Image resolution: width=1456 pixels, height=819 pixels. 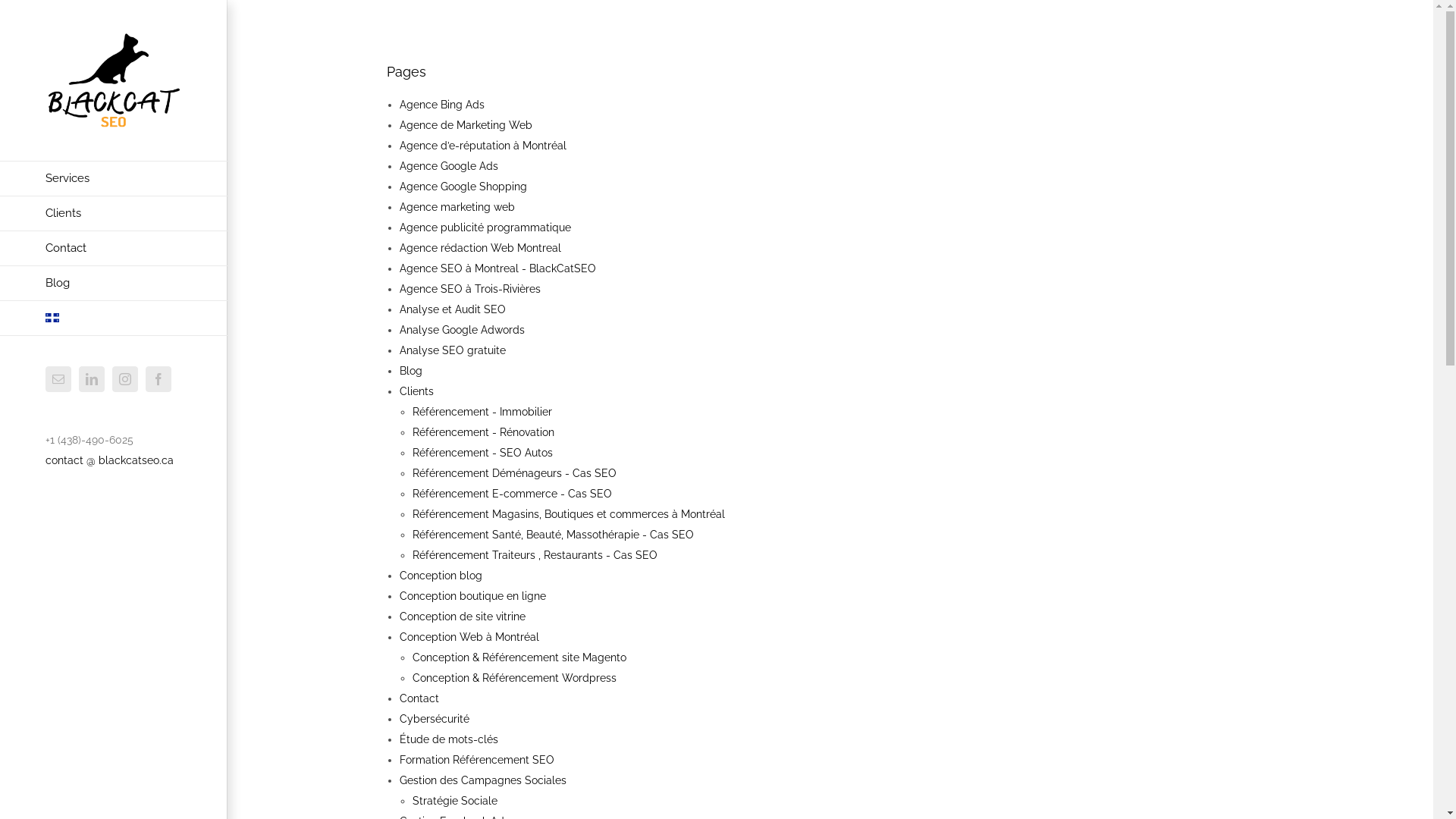 I want to click on 'Conception boutique en ligne', so click(x=472, y=595).